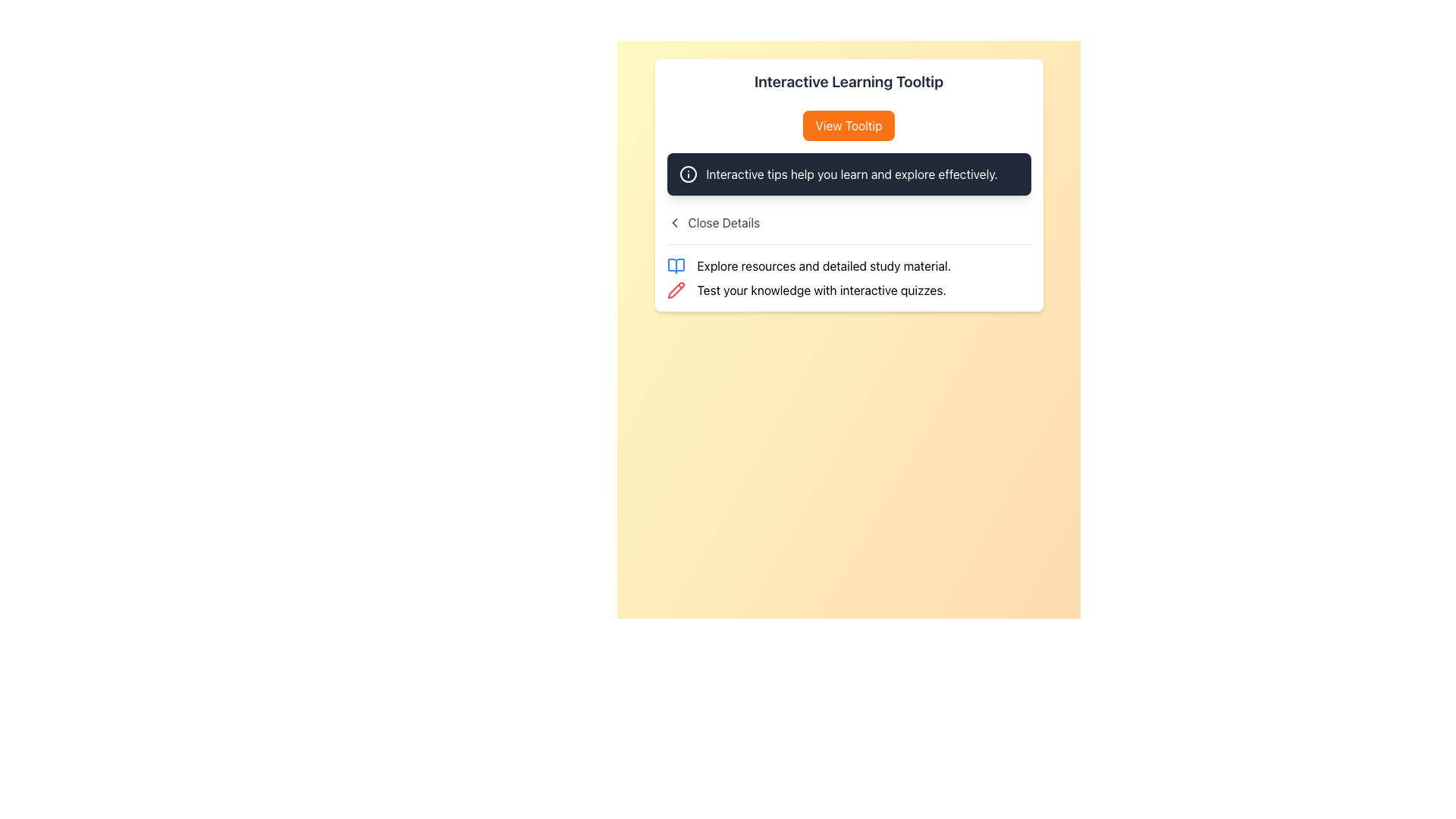  I want to click on the clickable link that reads 'Explore resources and detailed study material.' with an open book icon, so click(848, 265).